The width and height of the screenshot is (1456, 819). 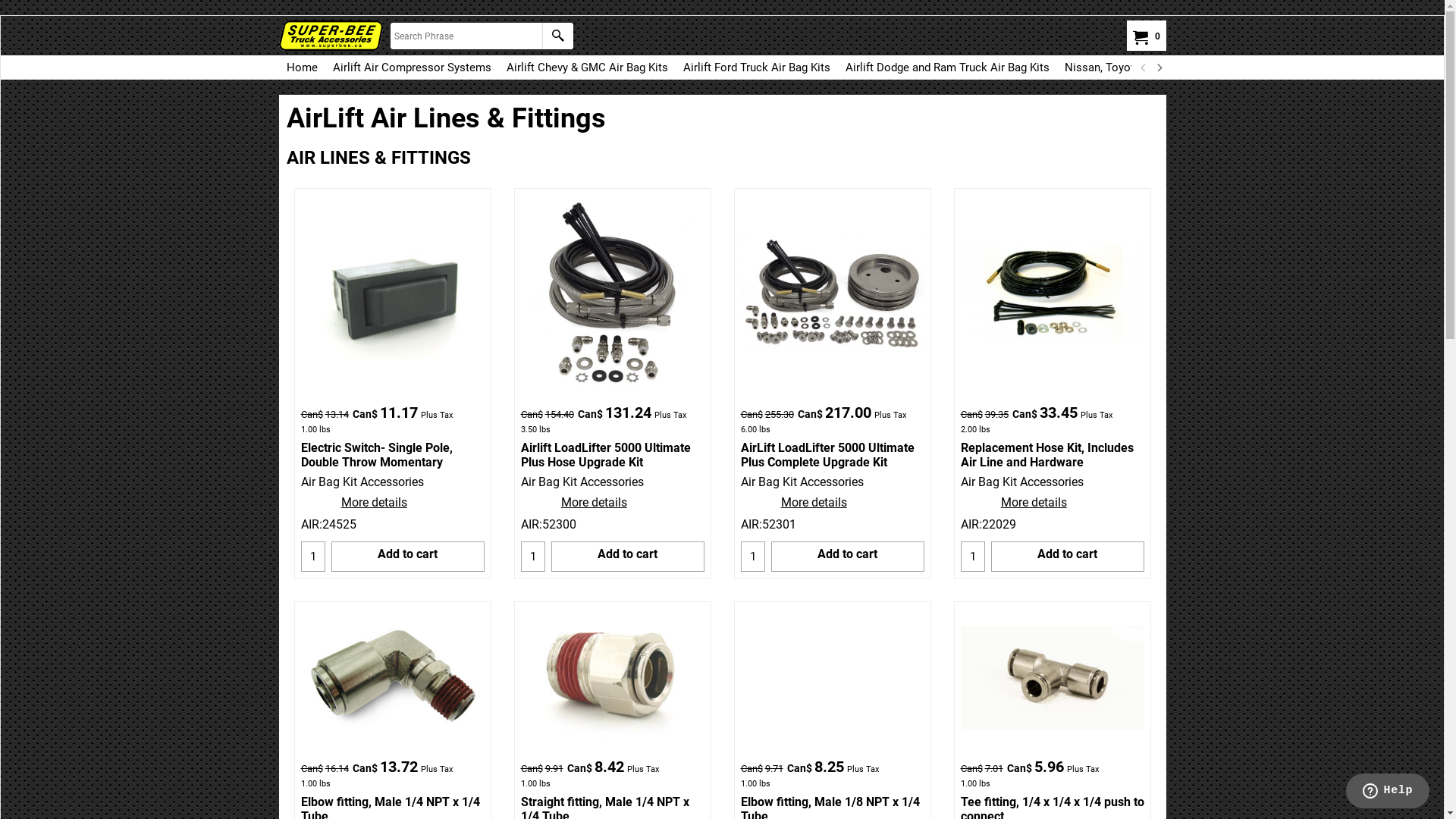 What do you see at coordinates (1051, 293) in the screenshot?
I see `'Replacement Hose Kit; Incl. Air Line; Hardware'` at bounding box center [1051, 293].